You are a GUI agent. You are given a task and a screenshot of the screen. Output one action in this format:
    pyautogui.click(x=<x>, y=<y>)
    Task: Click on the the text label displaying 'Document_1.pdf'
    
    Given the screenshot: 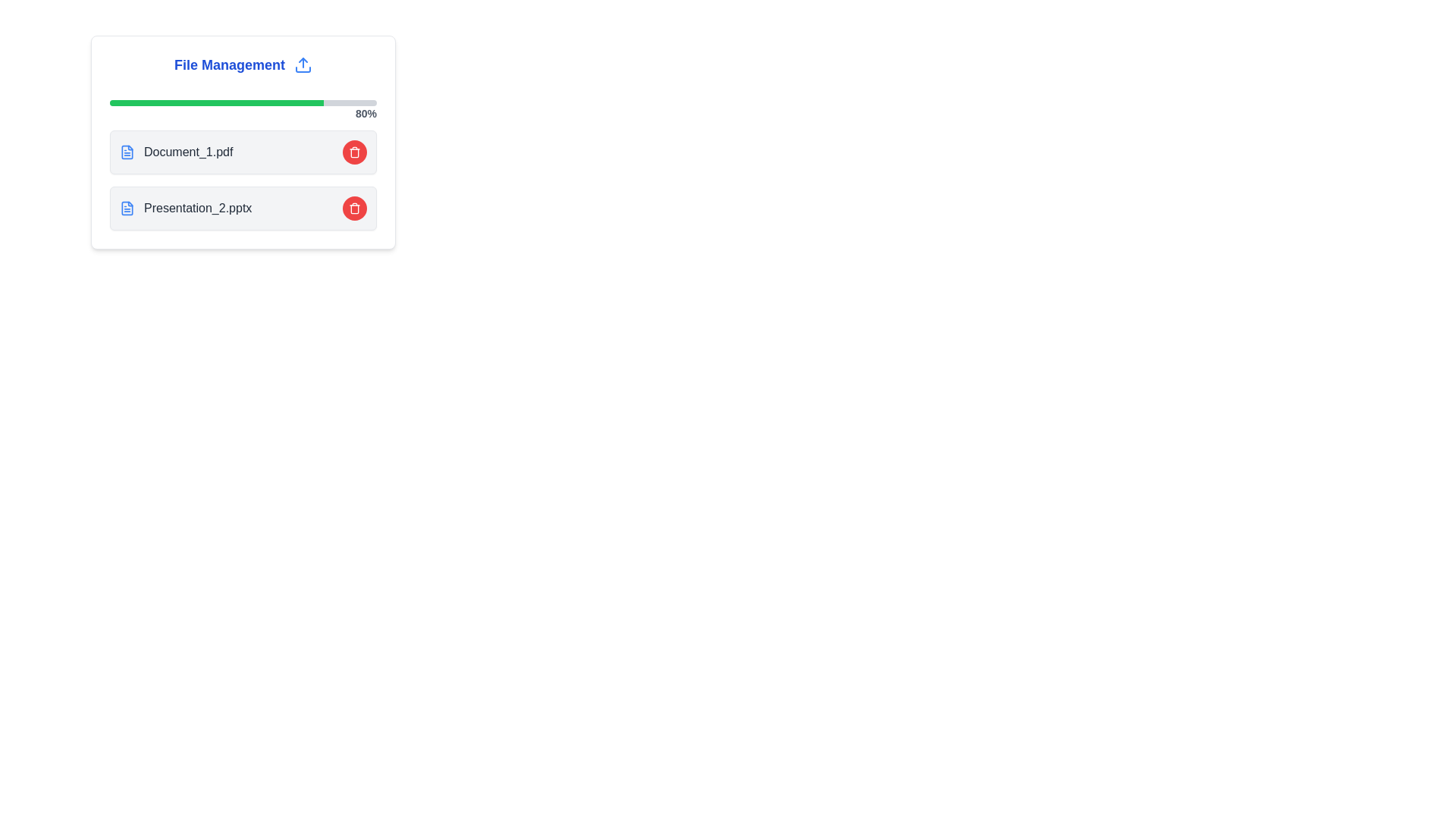 What is the action you would take?
    pyautogui.click(x=187, y=152)
    